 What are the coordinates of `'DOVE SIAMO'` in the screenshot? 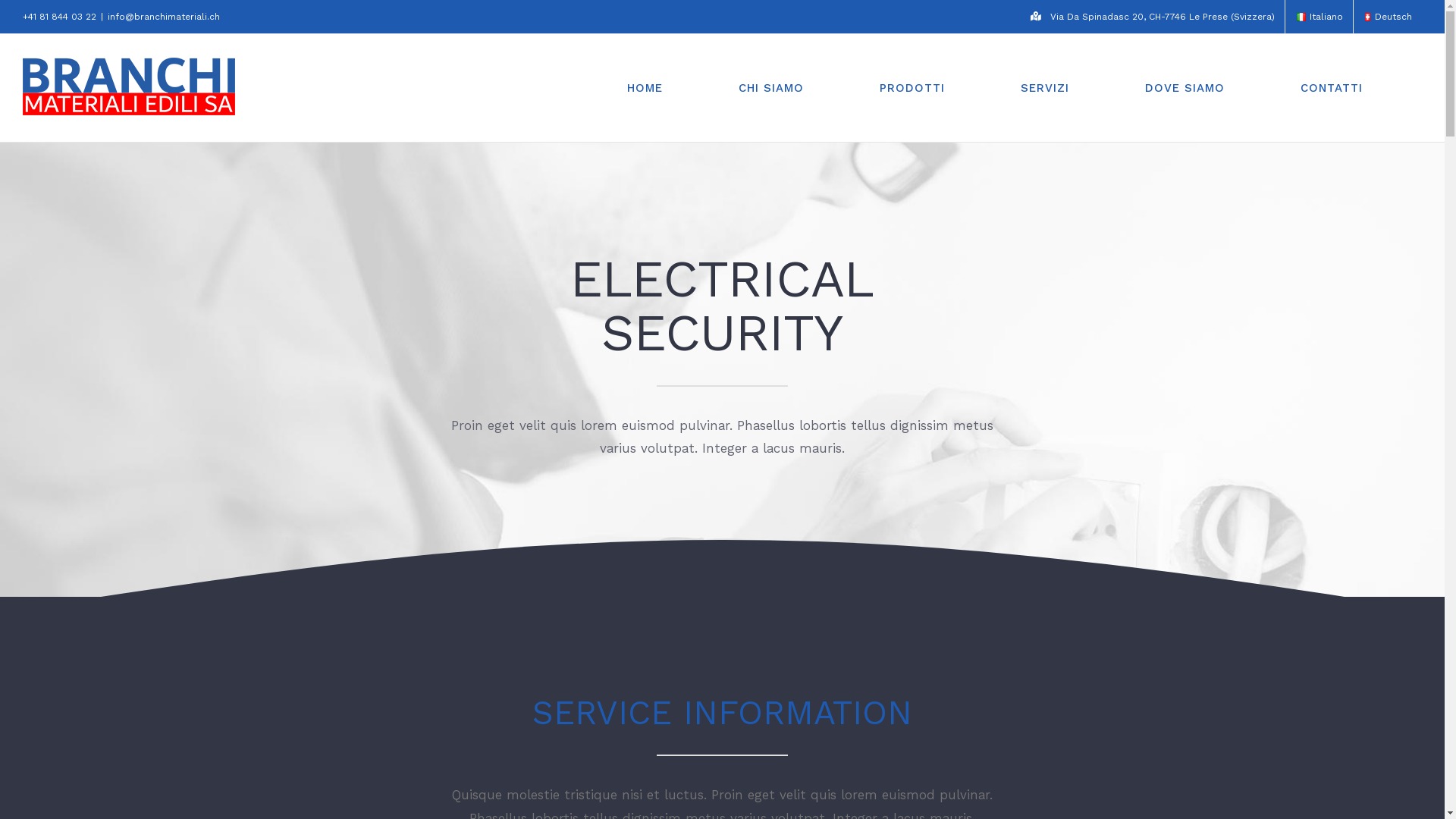 It's located at (1128, 87).